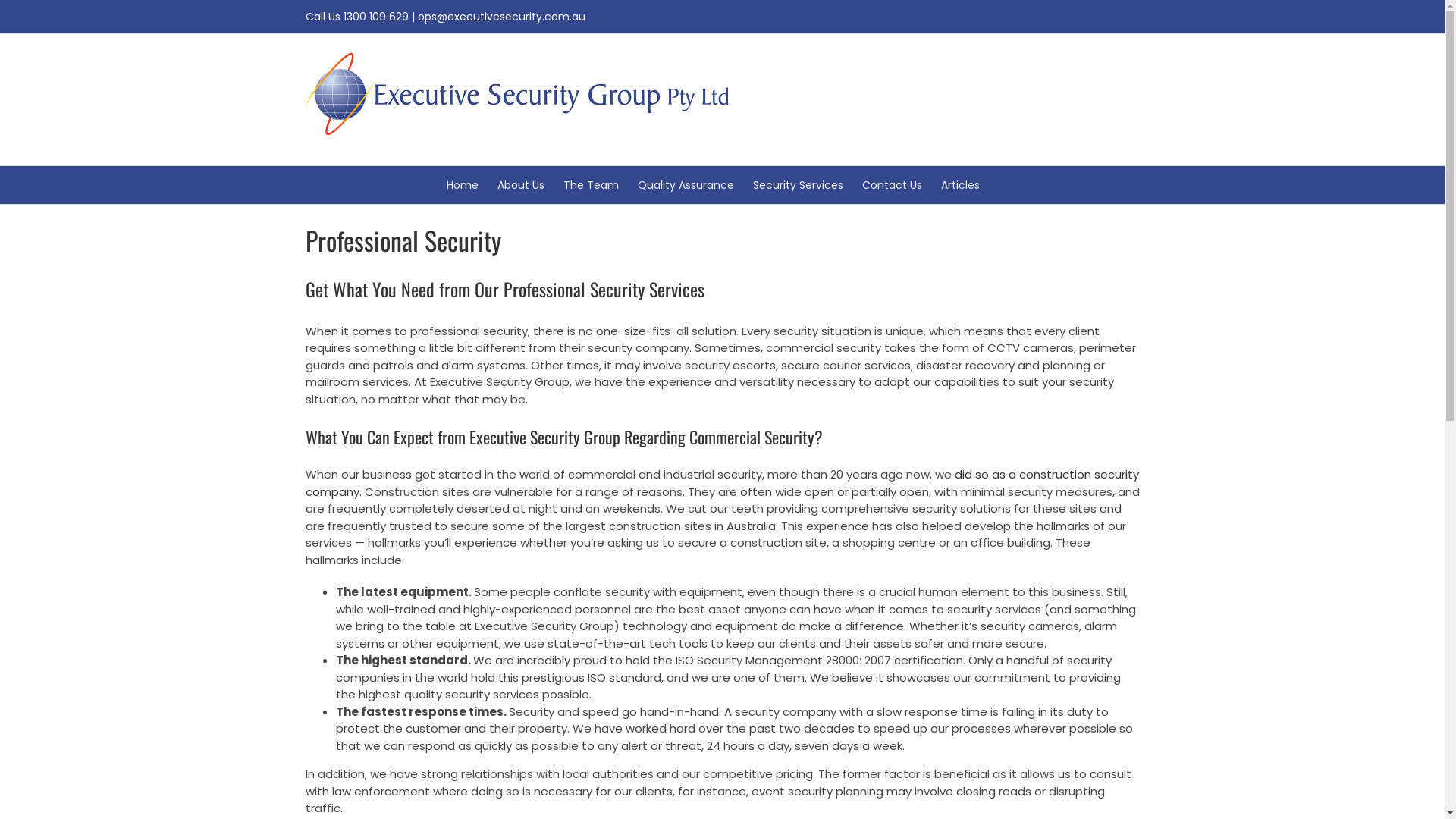 This screenshot has width=1456, height=819. Describe the element at coordinates (520, 184) in the screenshot. I see `'About Us'` at that location.